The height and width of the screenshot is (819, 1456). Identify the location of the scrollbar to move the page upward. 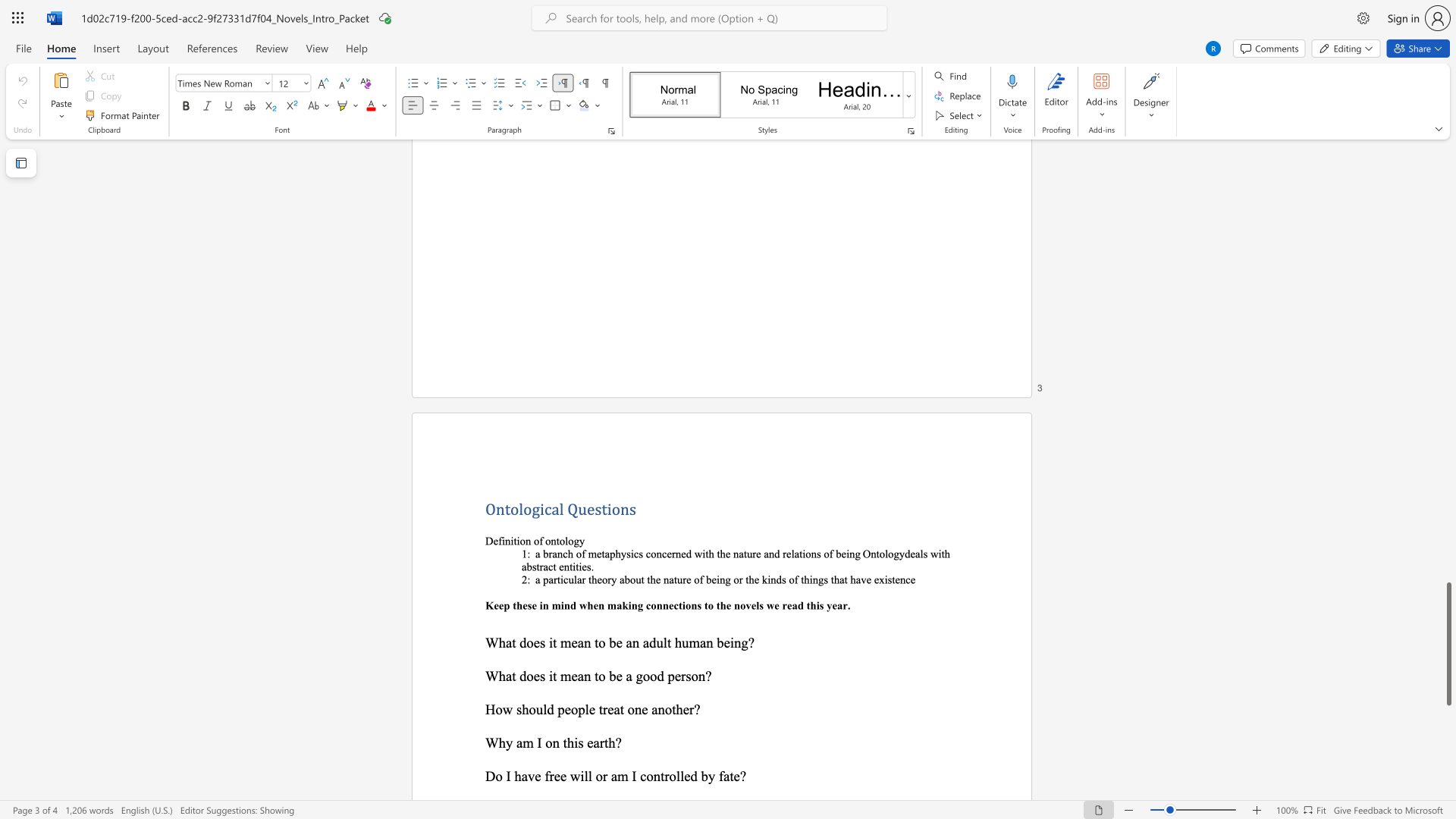
(1448, 256).